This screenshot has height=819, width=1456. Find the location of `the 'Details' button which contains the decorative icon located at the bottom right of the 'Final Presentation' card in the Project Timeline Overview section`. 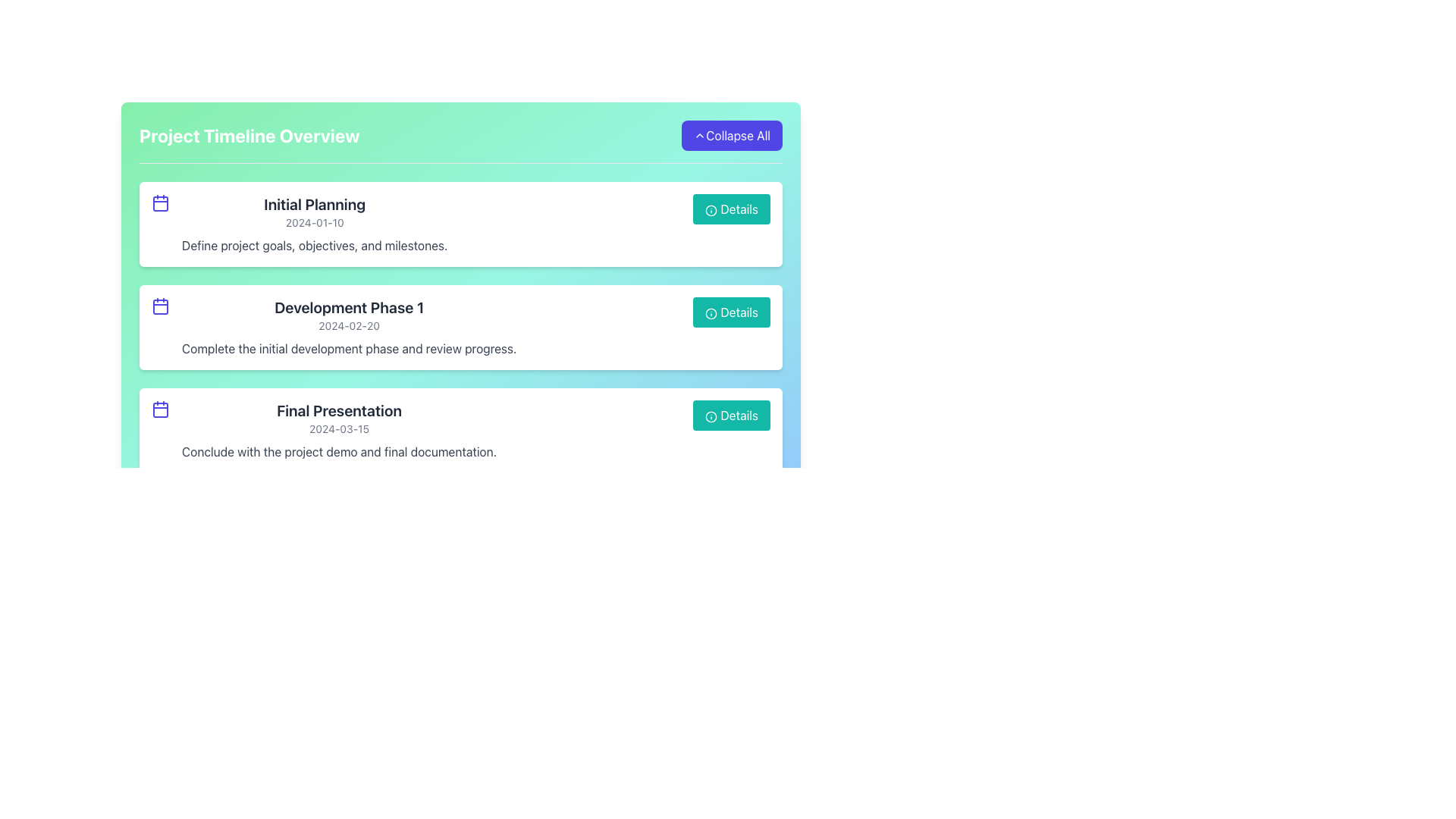

the 'Details' button which contains the decorative icon located at the bottom right of the 'Final Presentation' card in the Project Timeline Overview section is located at coordinates (710, 416).